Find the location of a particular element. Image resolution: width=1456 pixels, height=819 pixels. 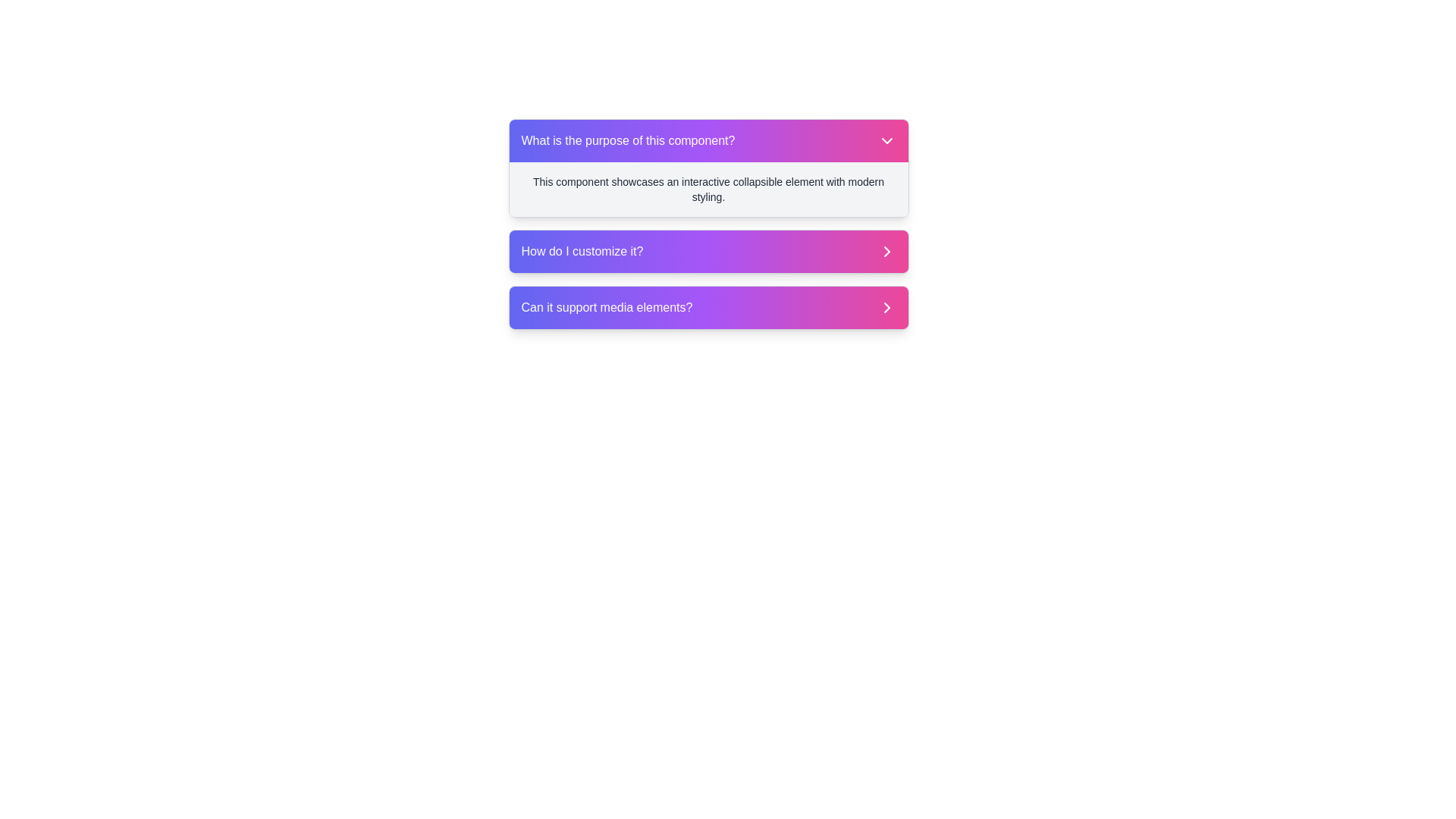

the collapsible toggle button labeled 'Can it support media elements?' is located at coordinates (708, 307).